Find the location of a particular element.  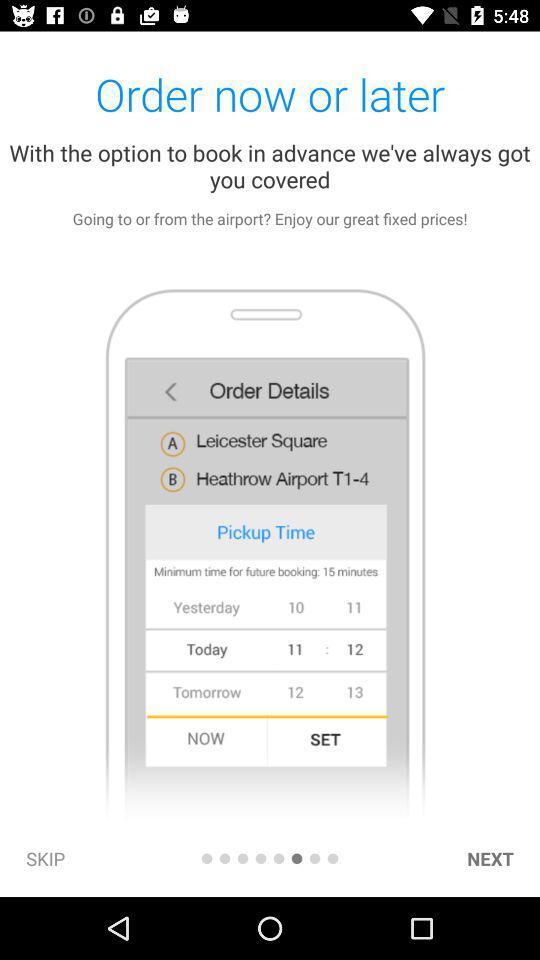

item at the bottom left corner is located at coordinates (45, 857).